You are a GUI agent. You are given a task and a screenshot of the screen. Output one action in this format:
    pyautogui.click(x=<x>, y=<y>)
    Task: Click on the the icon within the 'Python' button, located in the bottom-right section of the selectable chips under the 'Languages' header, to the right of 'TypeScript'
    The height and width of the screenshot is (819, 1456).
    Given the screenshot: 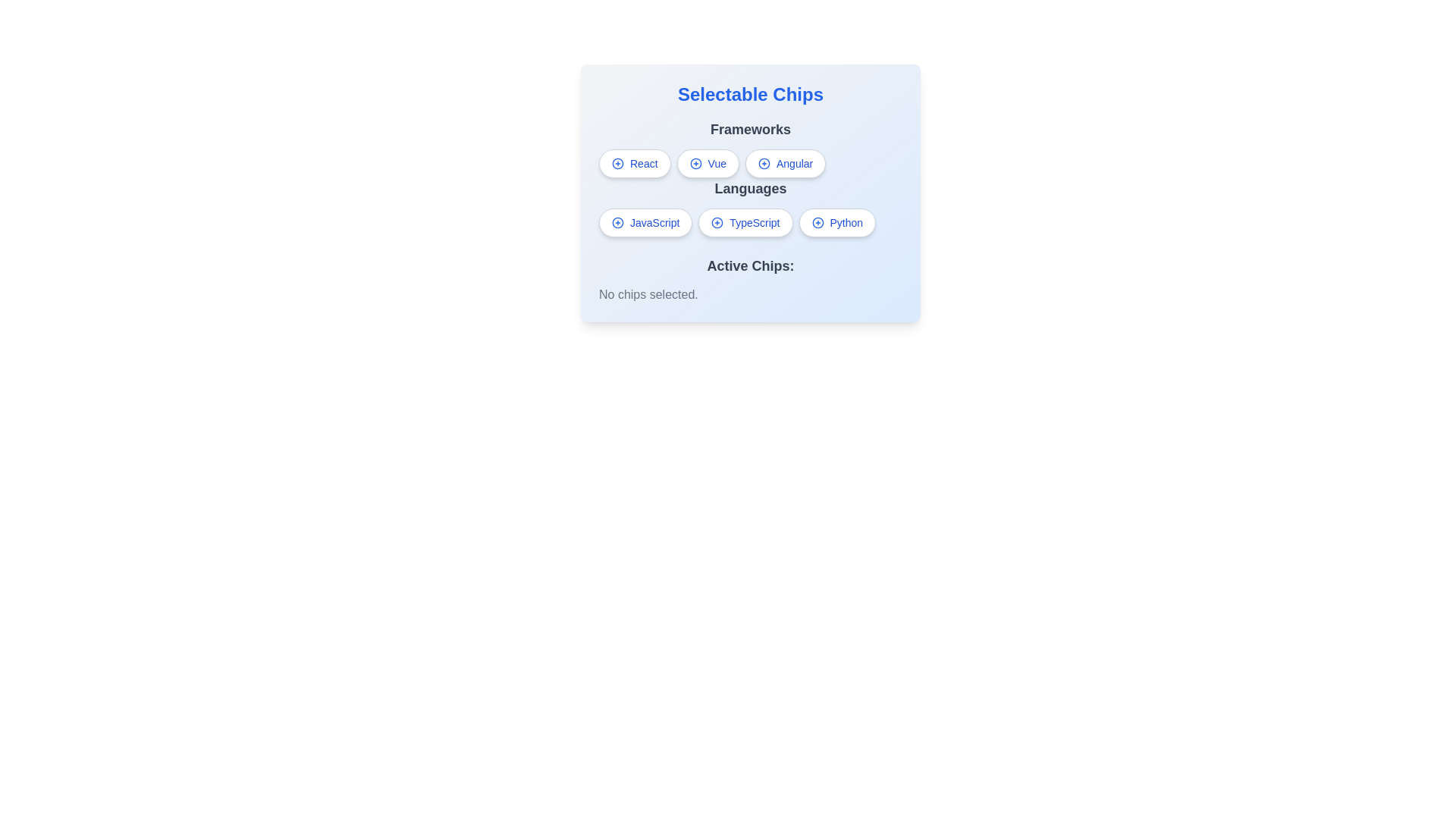 What is the action you would take?
    pyautogui.click(x=817, y=222)
    